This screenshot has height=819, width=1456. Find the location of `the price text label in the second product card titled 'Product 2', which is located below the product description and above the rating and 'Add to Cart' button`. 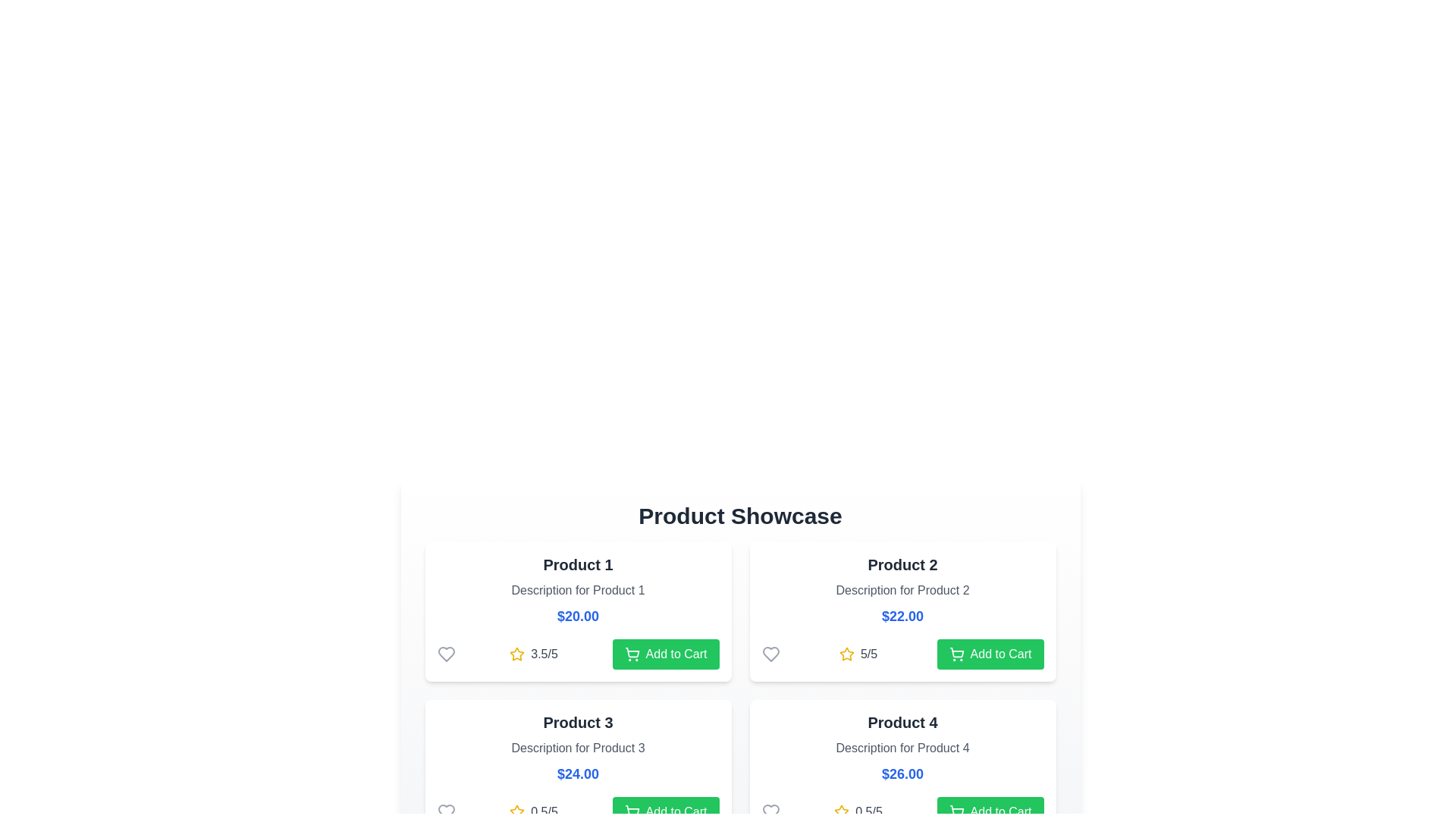

the price text label in the second product card titled 'Product 2', which is located below the product description and above the rating and 'Add to Cart' button is located at coordinates (902, 617).